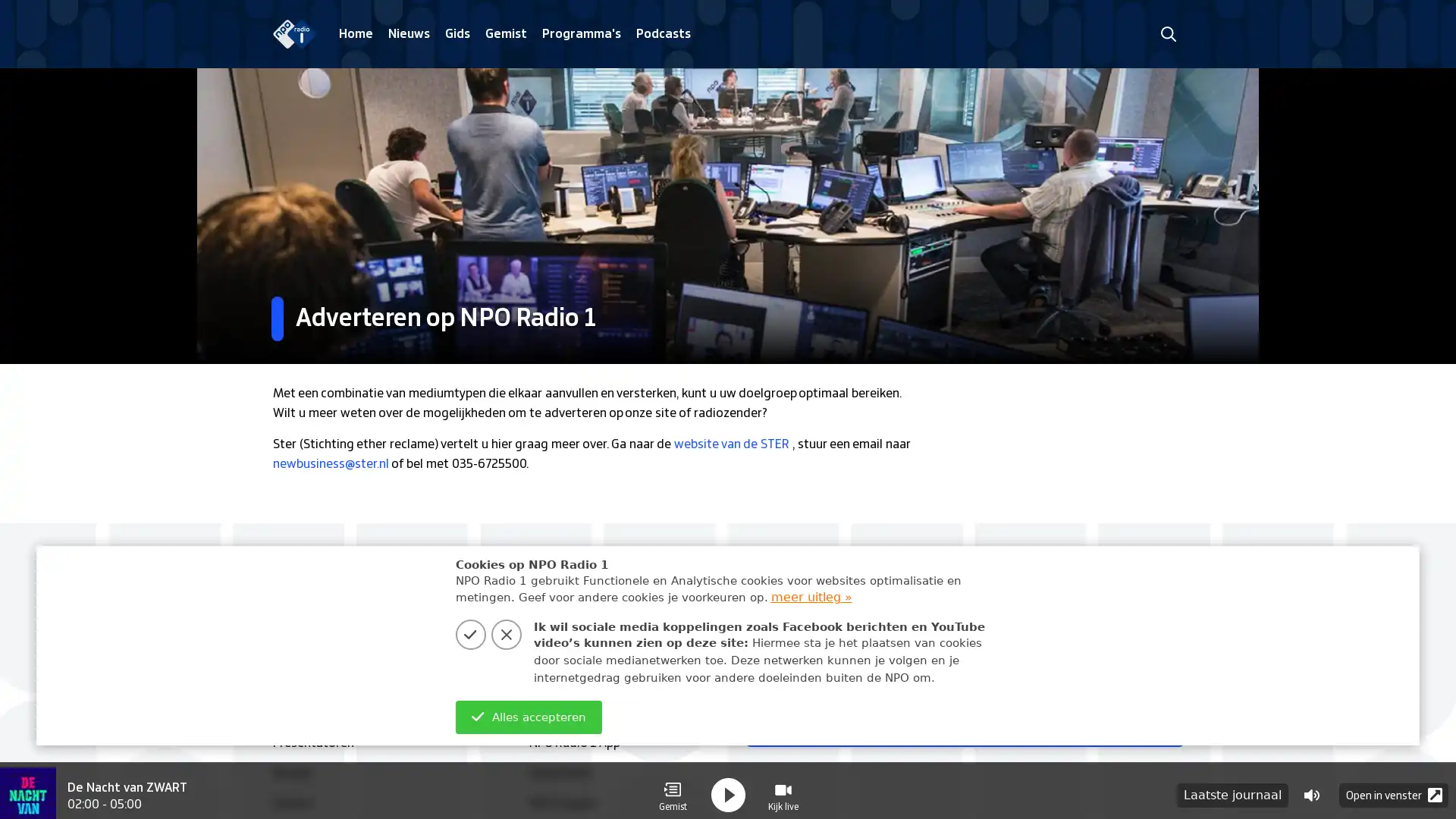 This screenshot has height=819, width=1456. What do you see at coordinates (1160, 723) in the screenshot?
I see `AnchorChevron` at bounding box center [1160, 723].